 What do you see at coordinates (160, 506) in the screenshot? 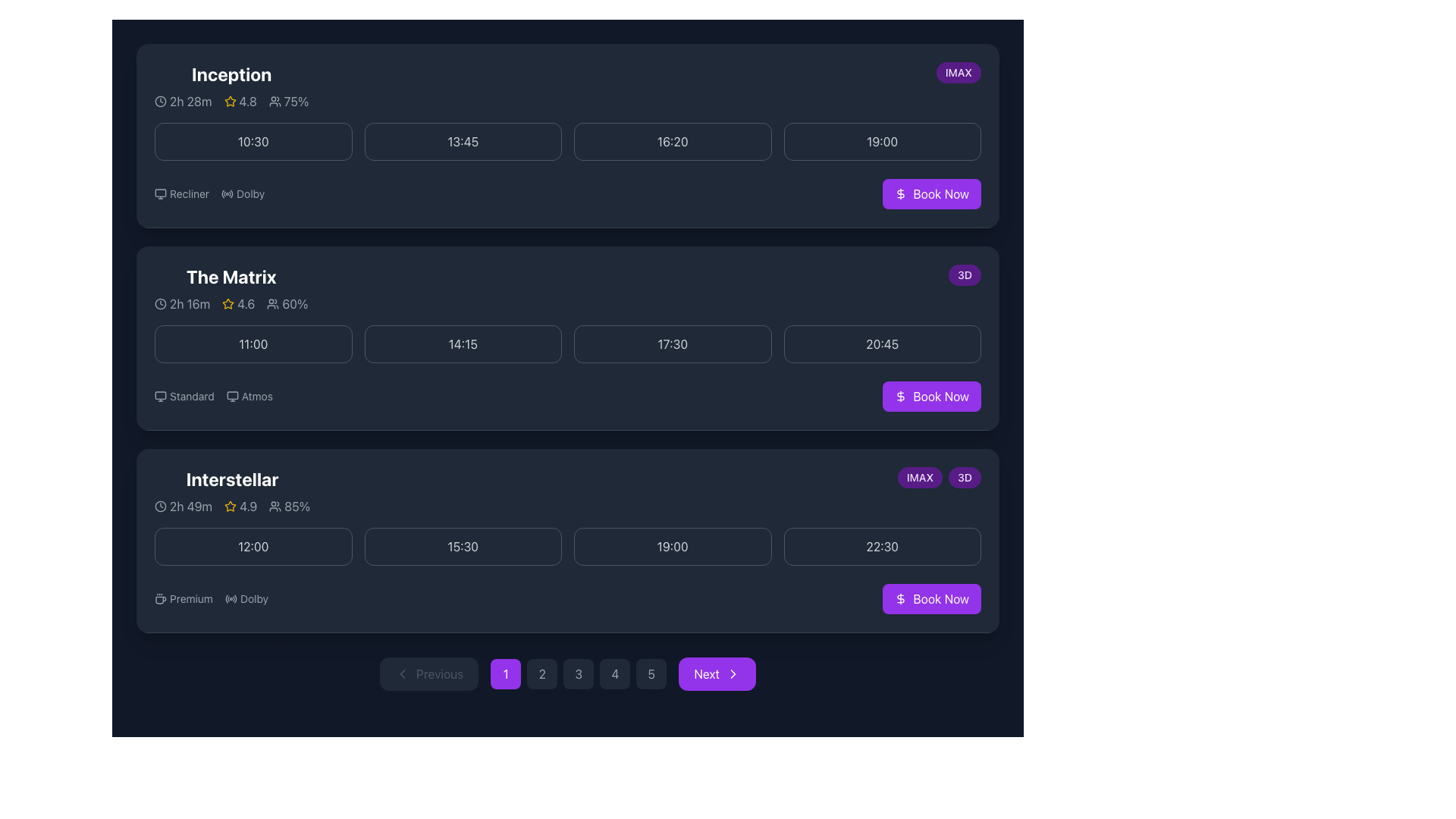
I see `the circular red clock icon with a gray stroke located near the '2h 49m' text in the 'Interstellar' section of the third movie block` at bounding box center [160, 506].